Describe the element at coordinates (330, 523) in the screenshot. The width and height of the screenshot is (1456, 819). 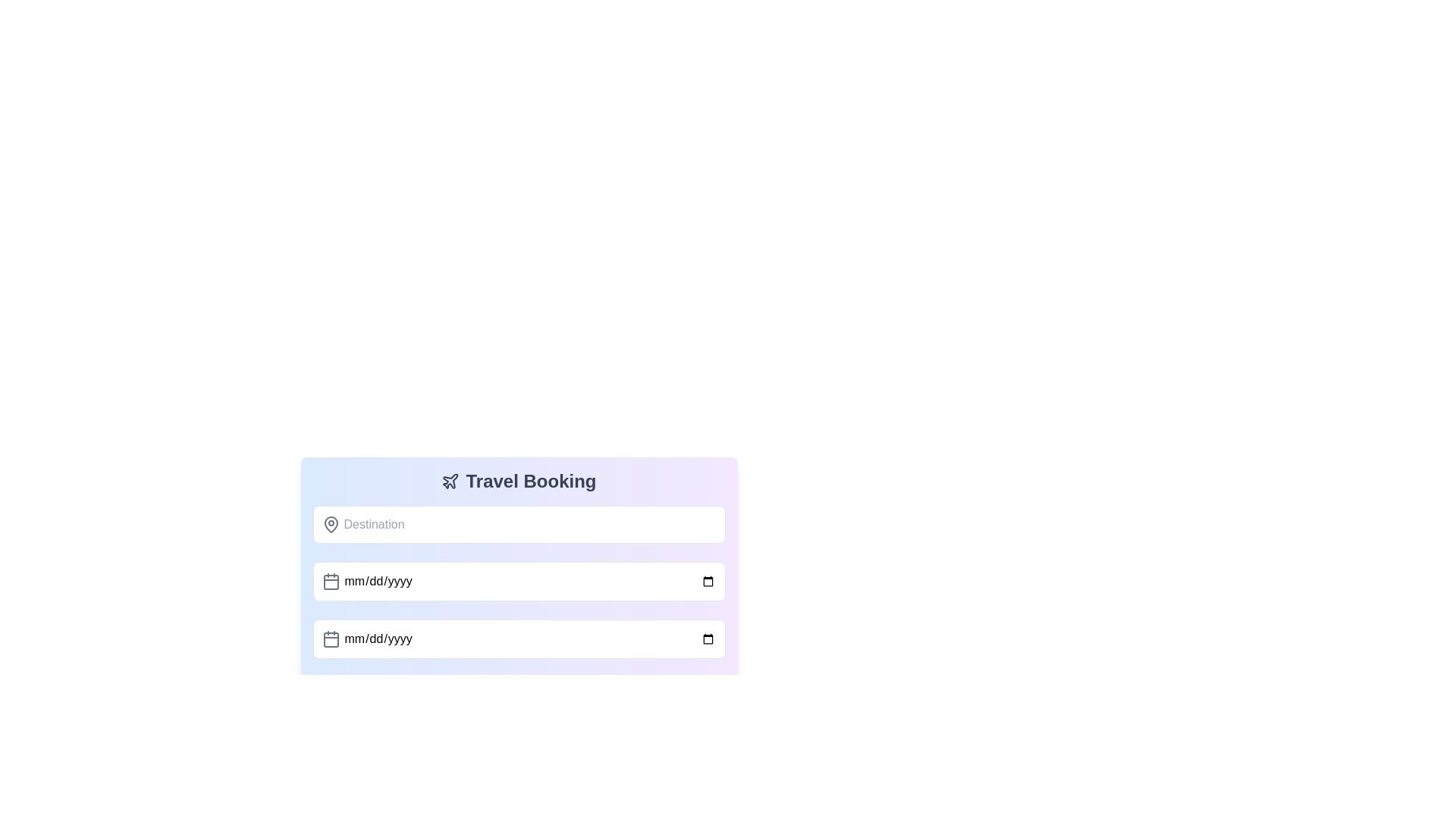
I see `the pin-shaped SVG icon representing a map location, located on the left side of the 'Destination' input field in the 'Travel Booking' module` at that location.